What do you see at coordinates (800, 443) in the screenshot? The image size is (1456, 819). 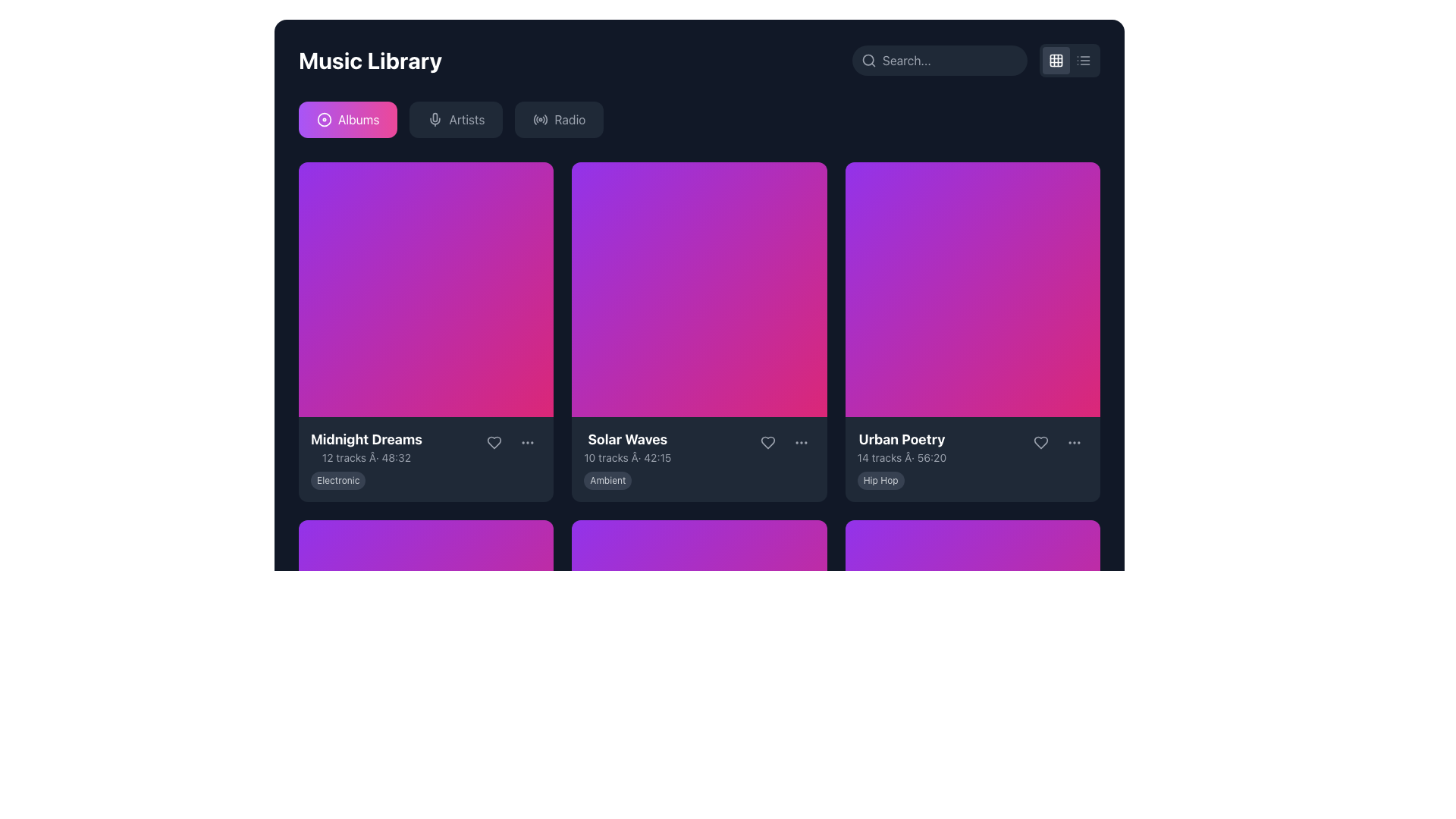 I see `the central dot of the Ellipsis icon (three-dot menu button) on the right side of the 'Solar Waves' card in the 'Music Library'` at bounding box center [800, 443].